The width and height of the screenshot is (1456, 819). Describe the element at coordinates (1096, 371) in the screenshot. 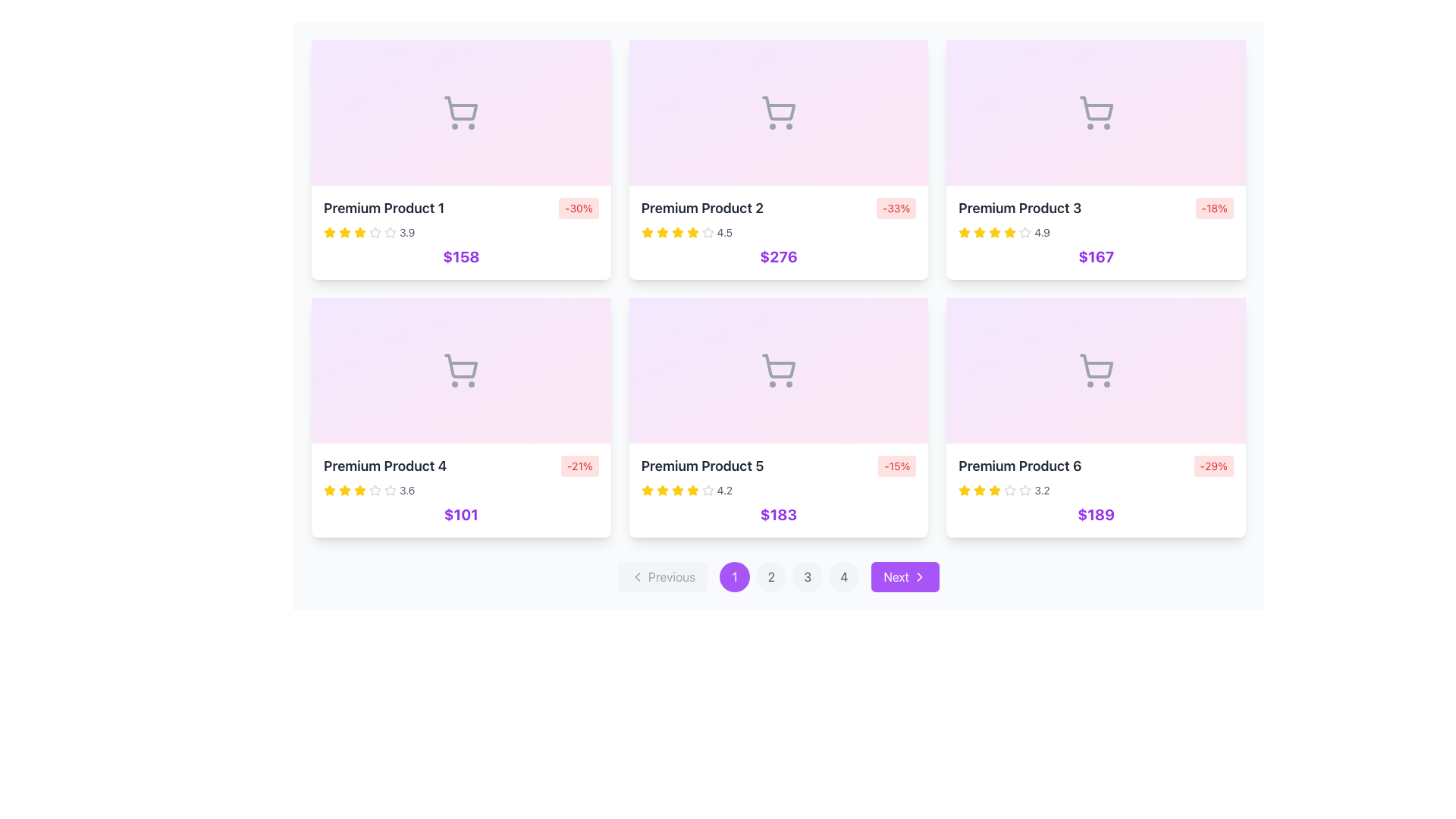

I see `the shopping cart icon with a light purple background located above the 'Premium Product 6' section by moving the cursor to its center point` at that location.